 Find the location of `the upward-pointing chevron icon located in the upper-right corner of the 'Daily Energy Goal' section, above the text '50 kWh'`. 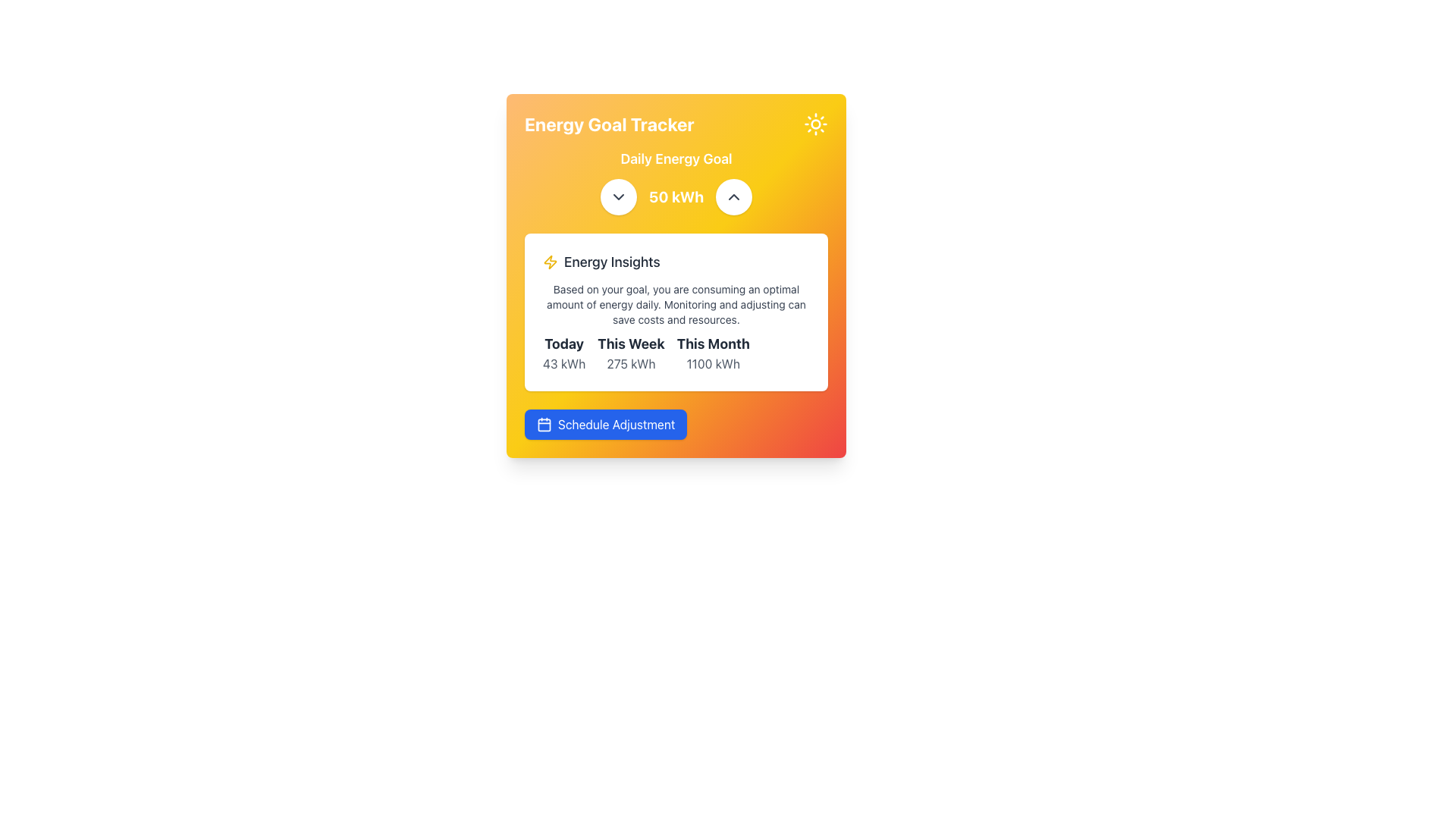

the upward-pointing chevron icon located in the upper-right corner of the 'Daily Energy Goal' section, above the text '50 kWh' is located at coordinates (734, 196).